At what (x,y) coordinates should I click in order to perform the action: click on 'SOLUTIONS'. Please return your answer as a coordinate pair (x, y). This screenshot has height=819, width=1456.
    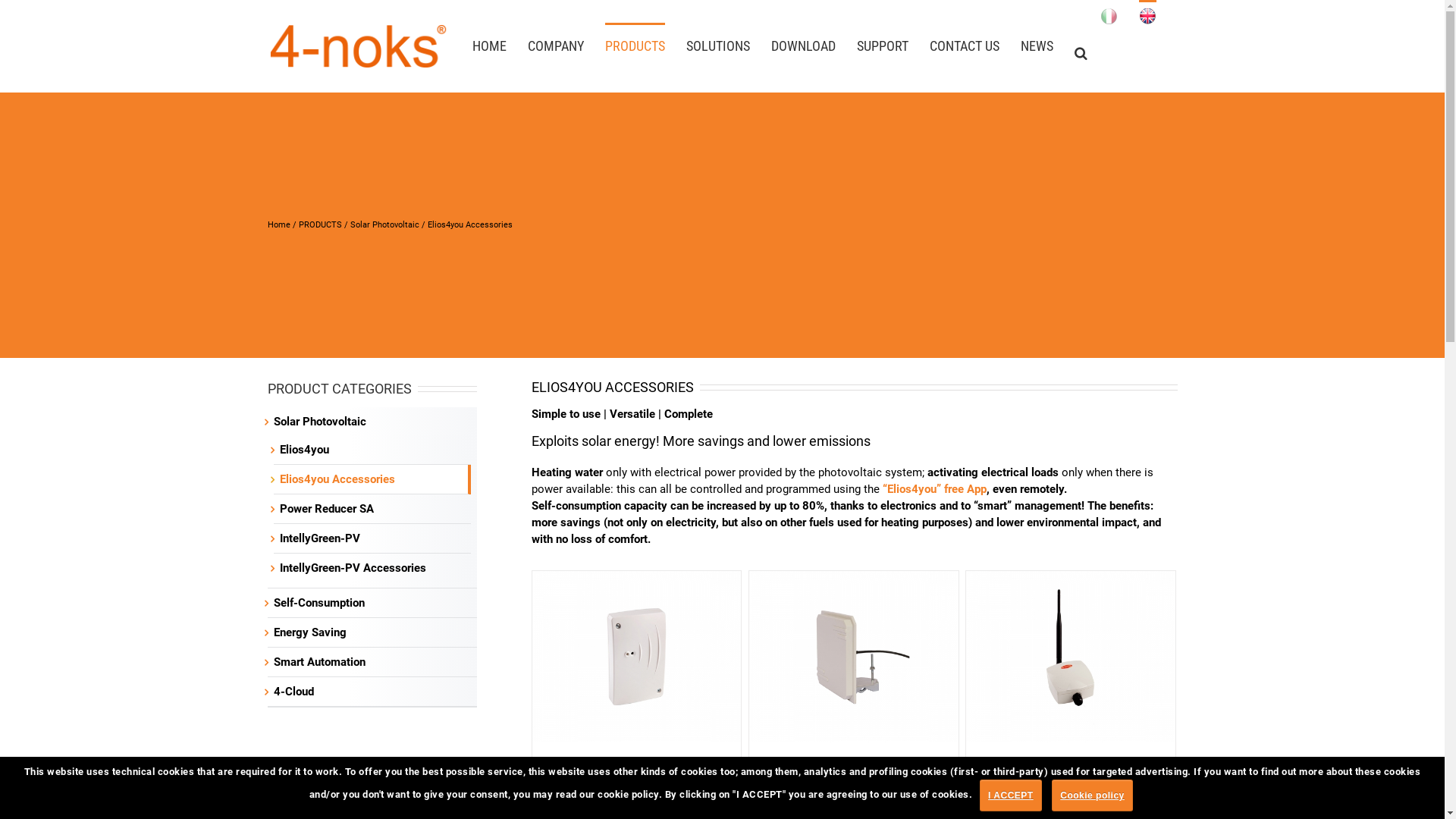
    Looking at the image, I should click on (716, 43).